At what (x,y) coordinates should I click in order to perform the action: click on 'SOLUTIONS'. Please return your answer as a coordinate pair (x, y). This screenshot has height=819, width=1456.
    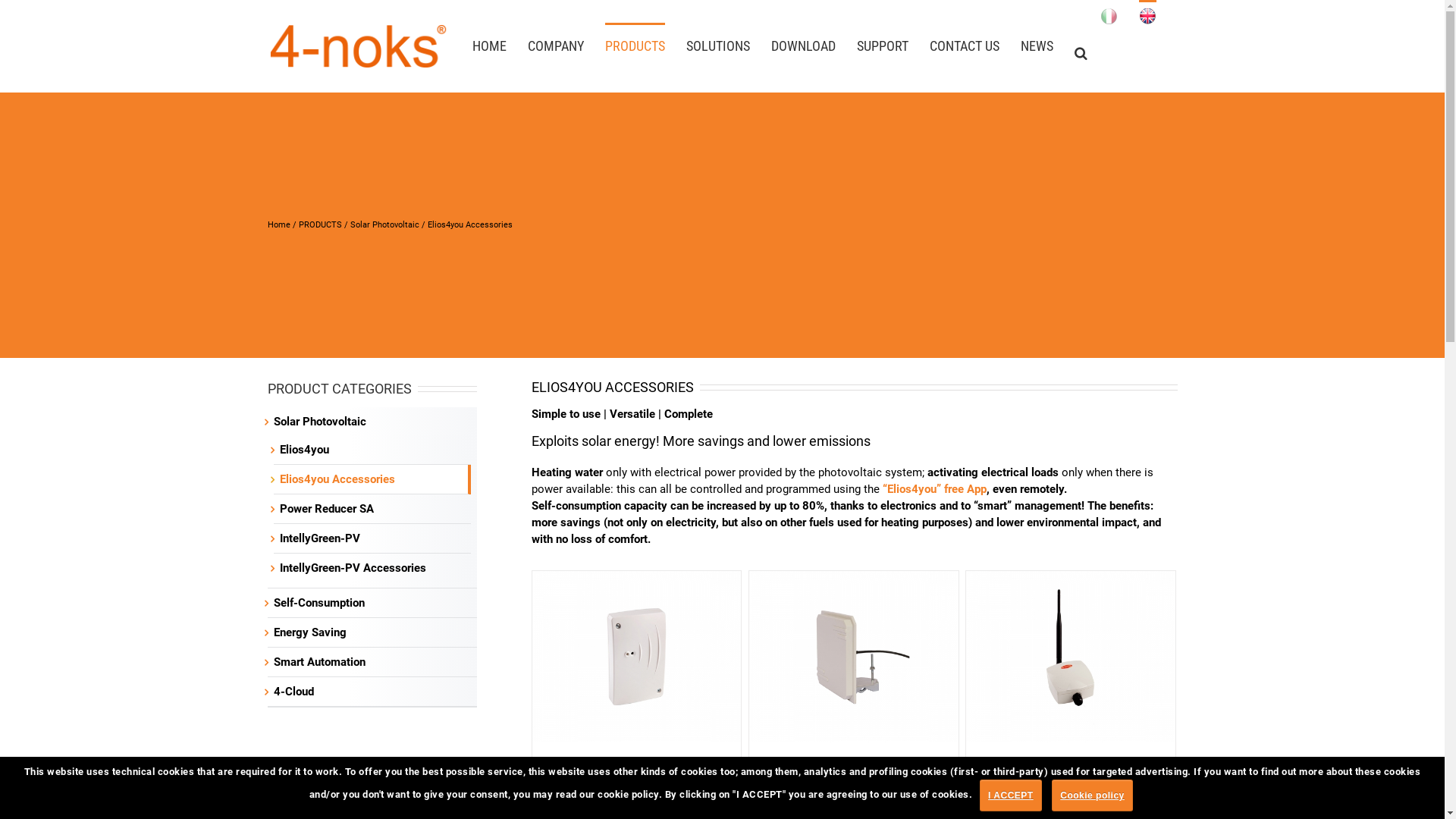
    Looking at the image, I should click on (716, 43).